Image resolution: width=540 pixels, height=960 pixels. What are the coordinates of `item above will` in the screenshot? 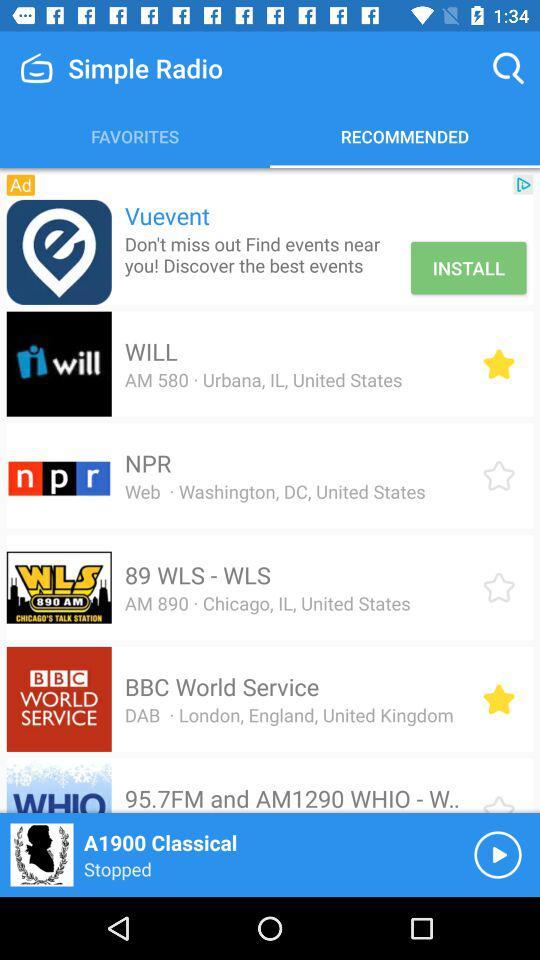 It's located at (264, 253).